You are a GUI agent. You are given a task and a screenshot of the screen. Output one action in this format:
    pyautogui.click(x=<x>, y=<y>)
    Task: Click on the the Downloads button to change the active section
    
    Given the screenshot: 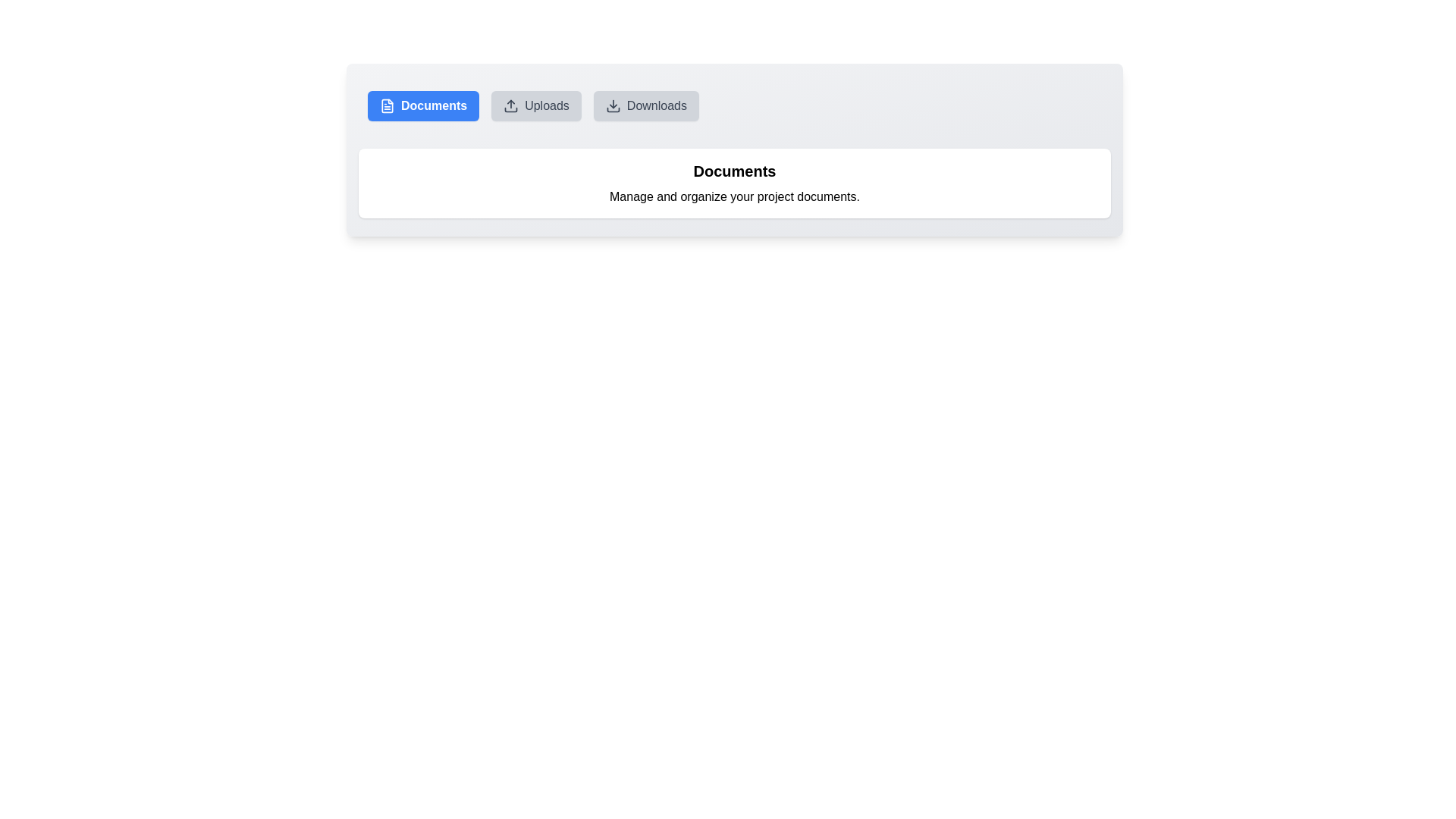 What is the action you would take?
    pyautogui.click(x=645, y=105)
    